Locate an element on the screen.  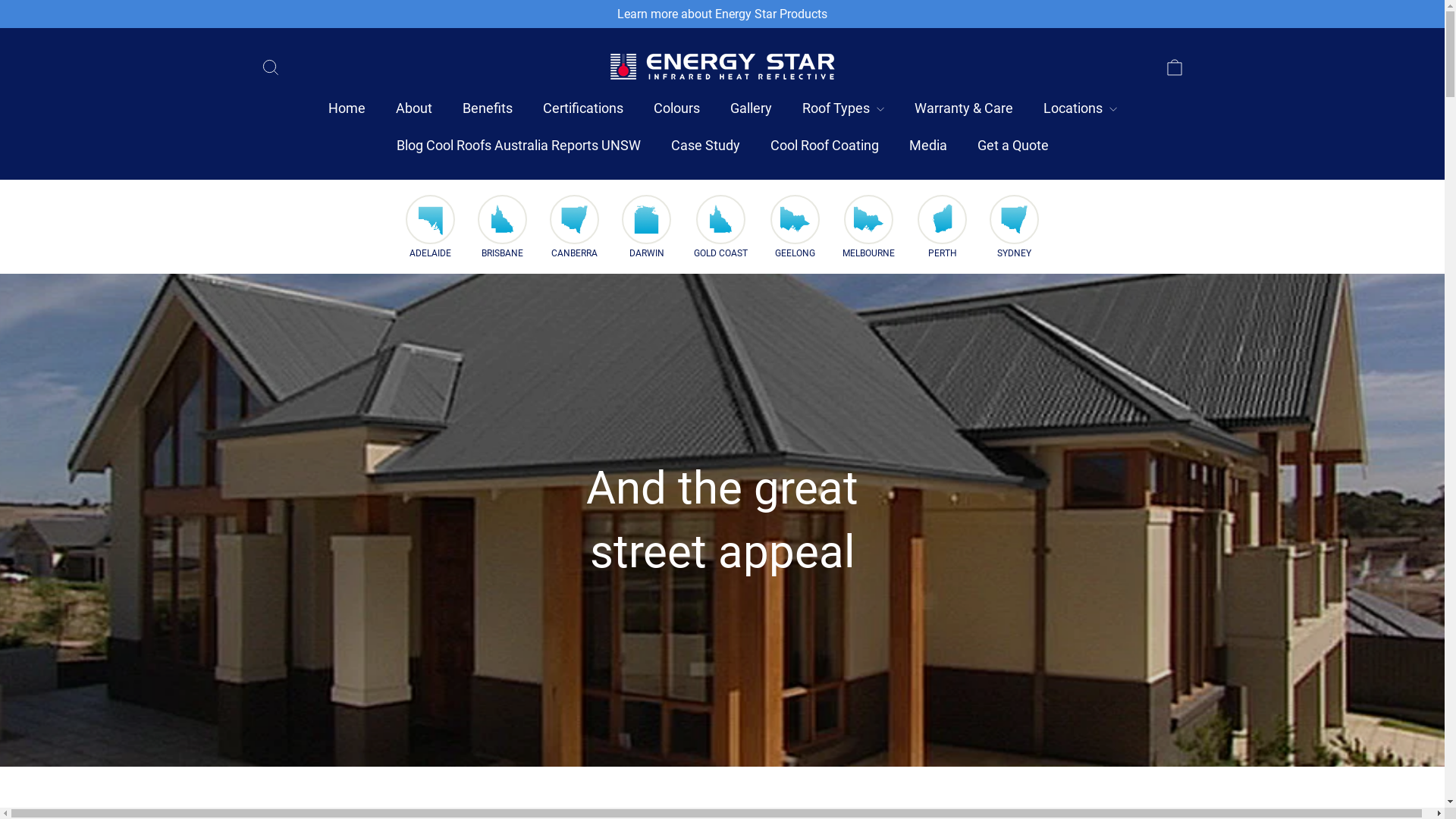
'Case Study' is located at coordinates (655, 146).